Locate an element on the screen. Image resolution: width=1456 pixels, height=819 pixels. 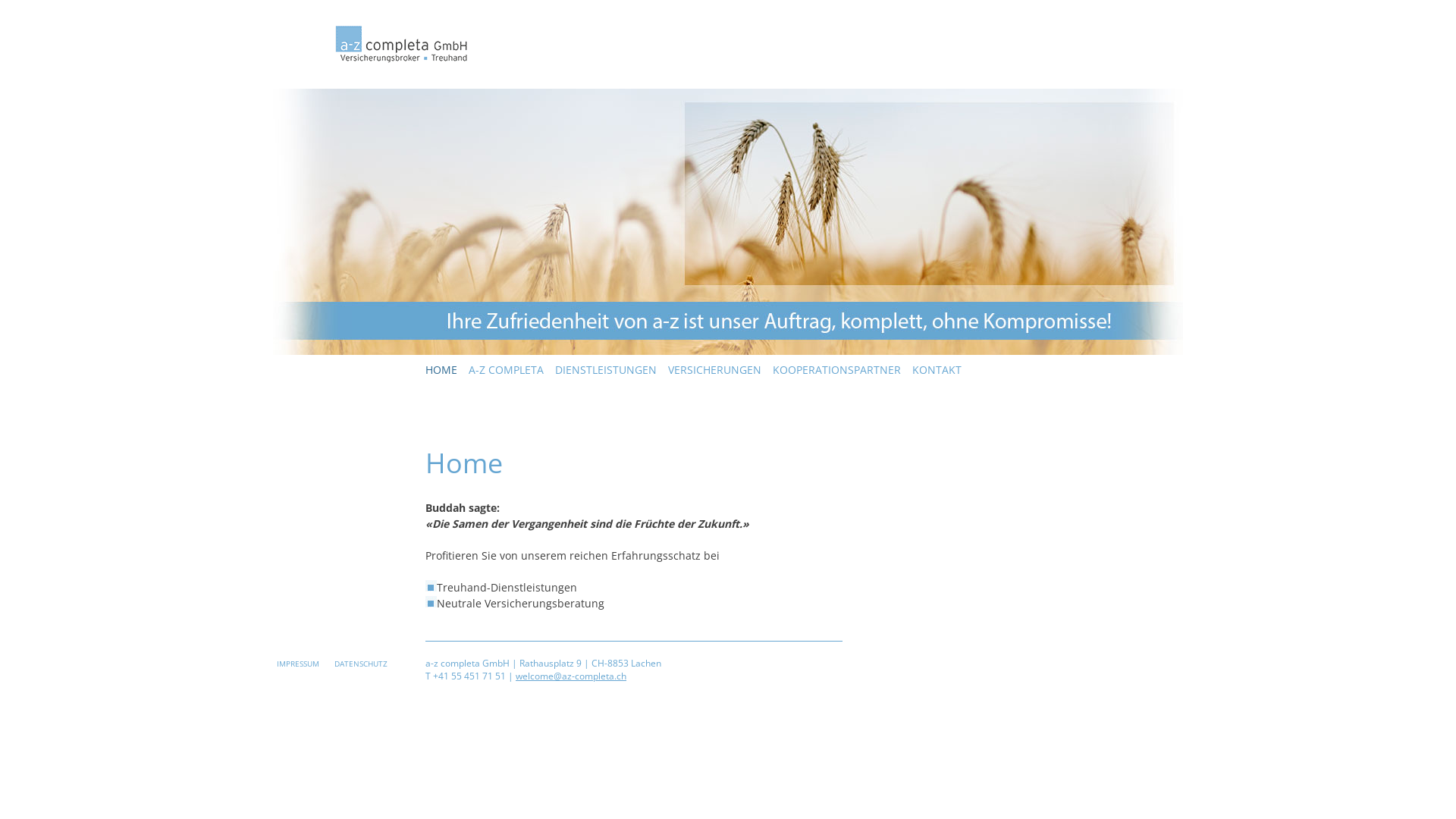
'HOME' is located at coordinates (440, 369).